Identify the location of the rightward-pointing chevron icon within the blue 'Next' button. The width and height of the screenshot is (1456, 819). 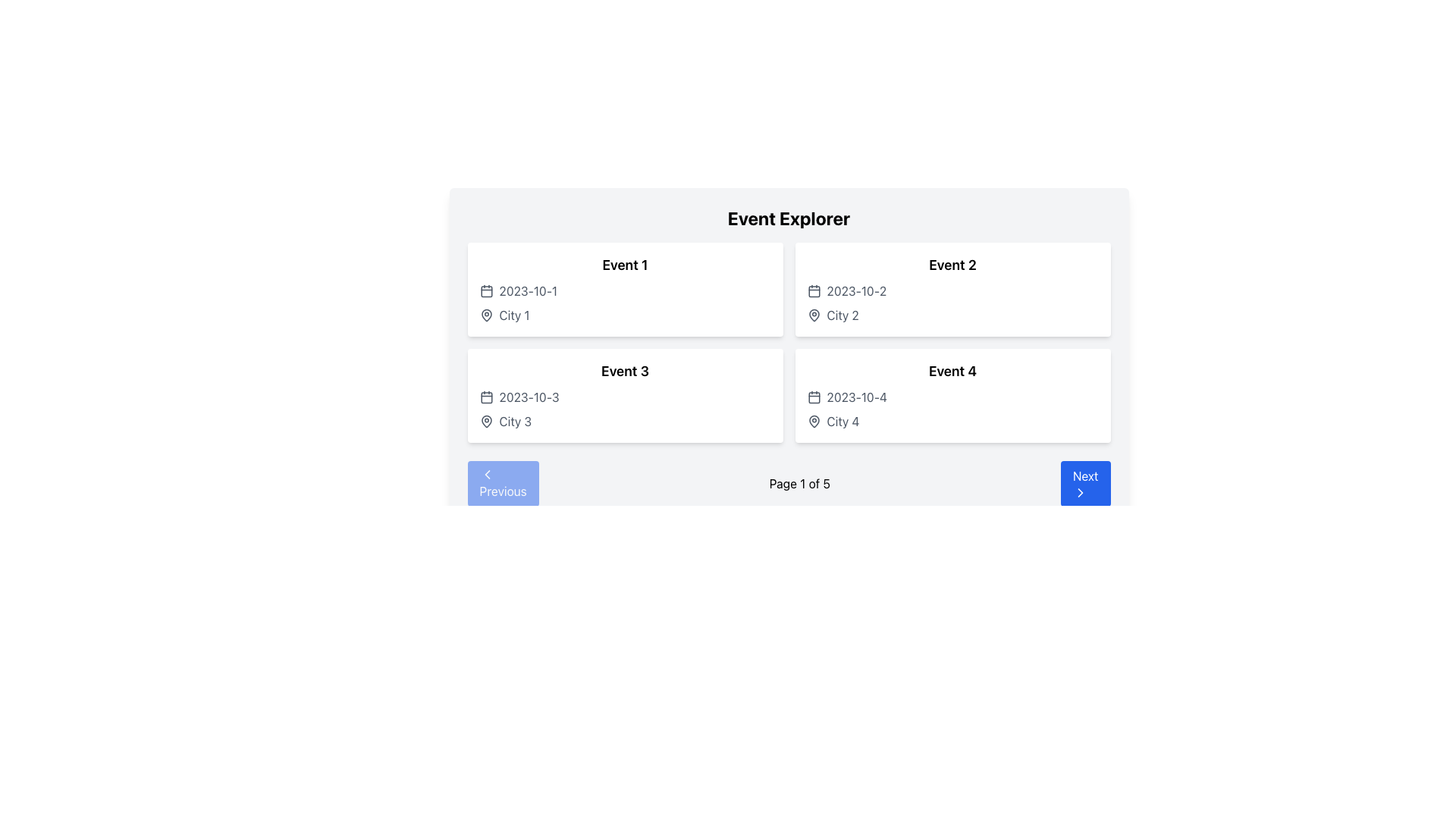
(1079, 493).